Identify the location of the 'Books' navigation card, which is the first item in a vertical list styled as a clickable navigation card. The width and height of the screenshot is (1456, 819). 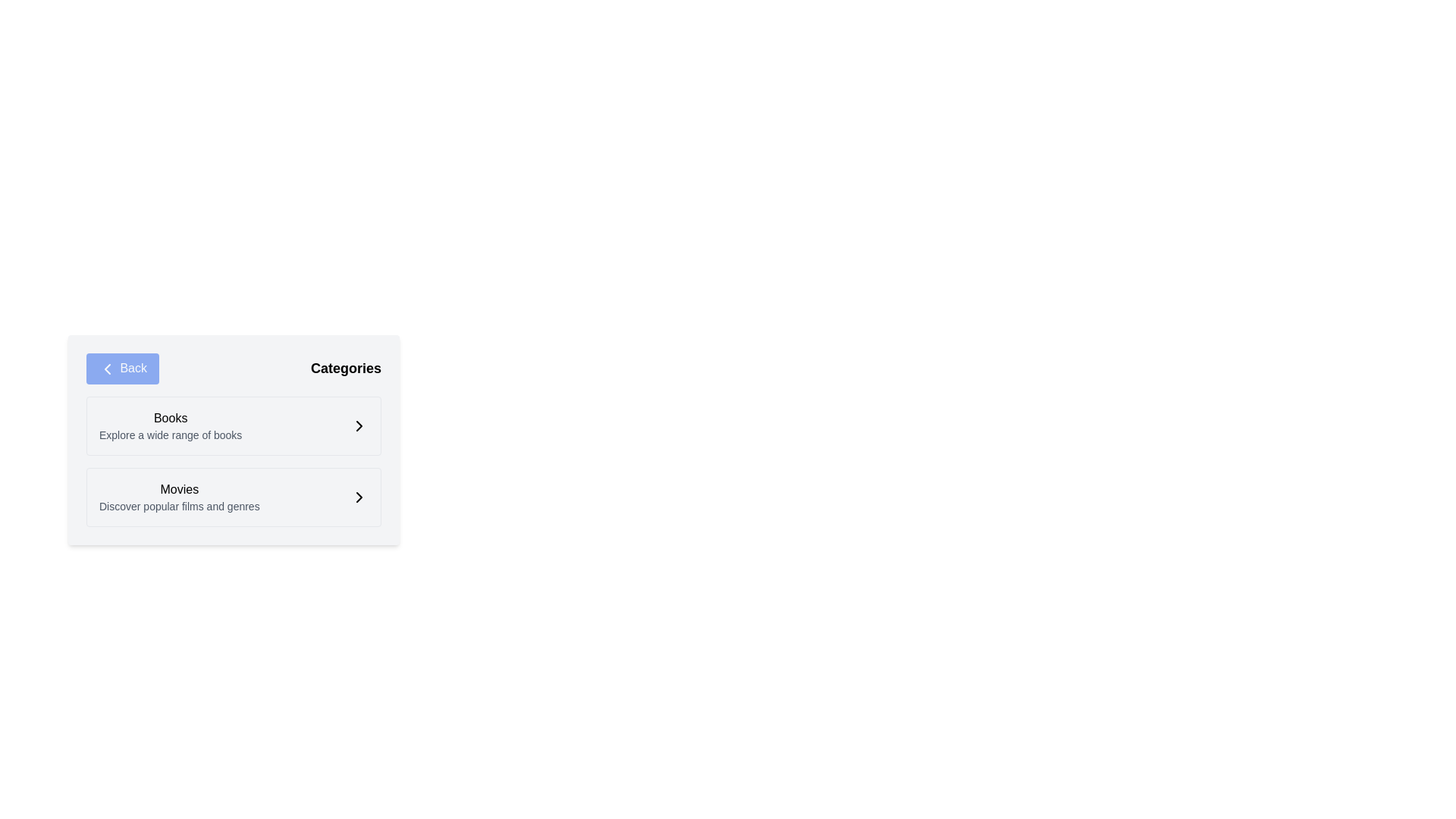
(233, 425).